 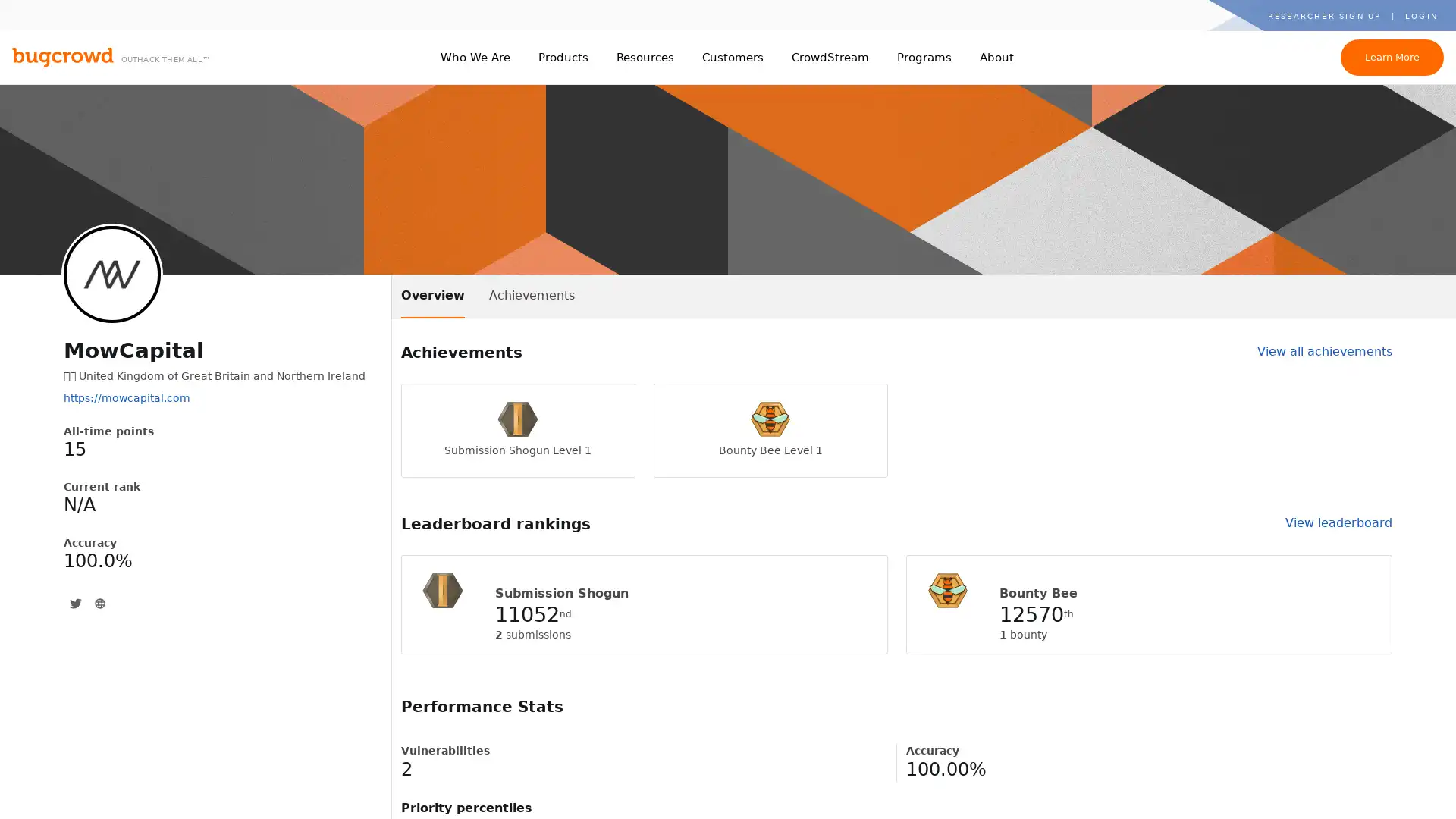 I want to click on Bounty Bee Level 1 Bounty Bee Level 1, so click(x=770, y=430).